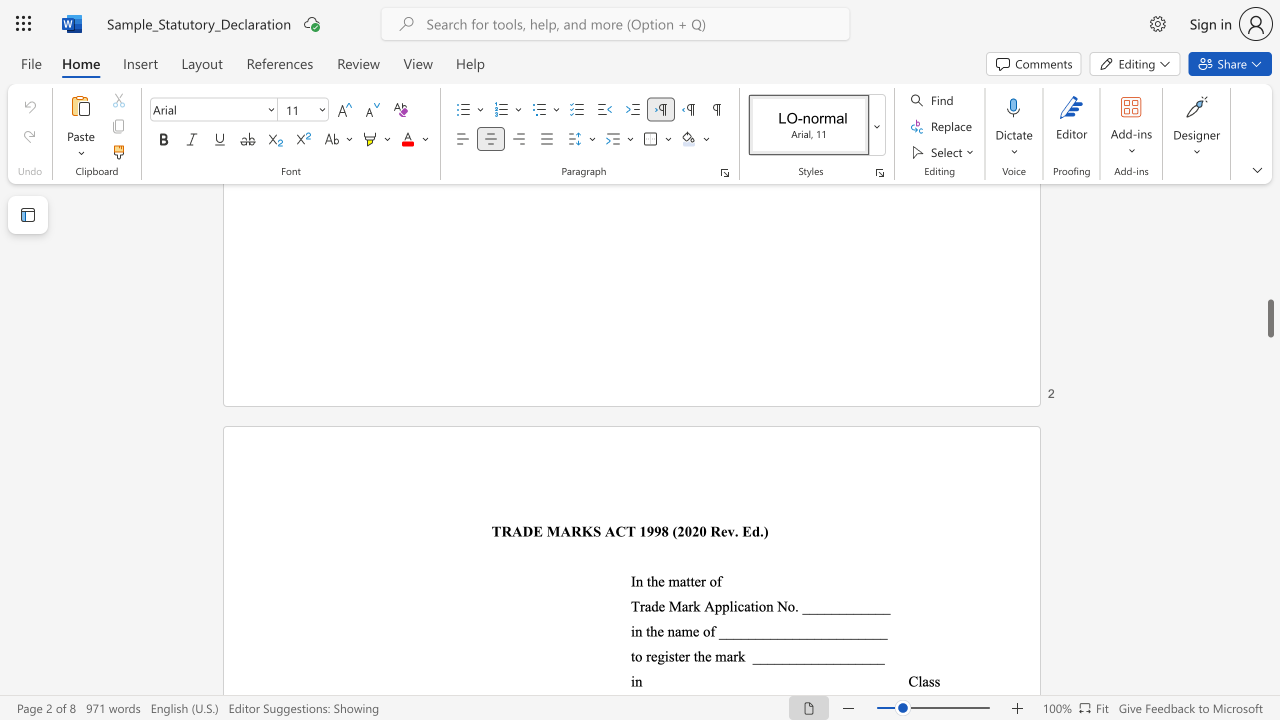  Describe the element at coordinates (1269, 210) in the screenshot. I see `the scrollbar on the right to move the page upward` at that location.